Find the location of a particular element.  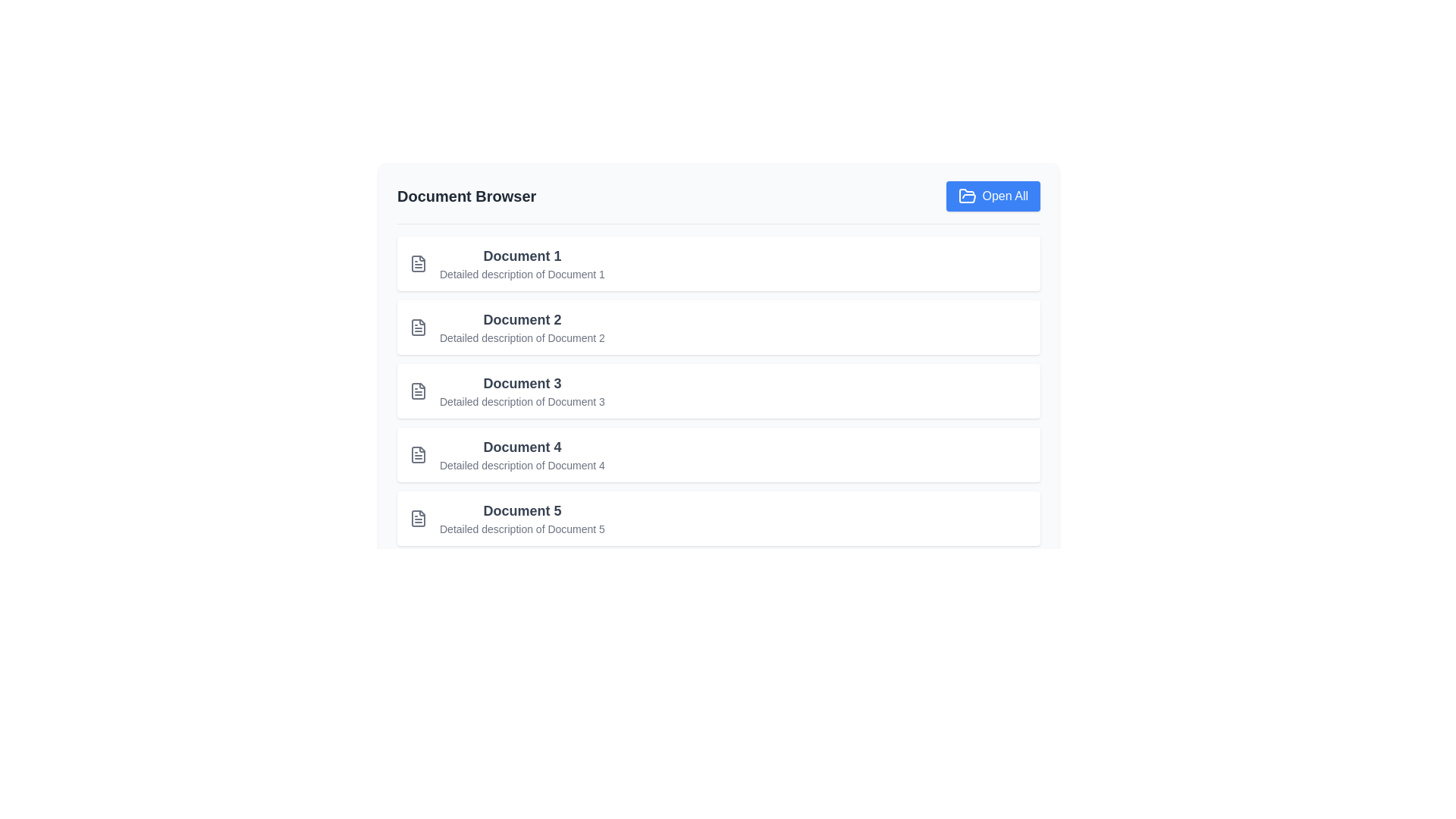

the Decorative icon located at the leftmost position within the rounded rectangular card representing 'Document 1' is located at coordinates (419, 262).